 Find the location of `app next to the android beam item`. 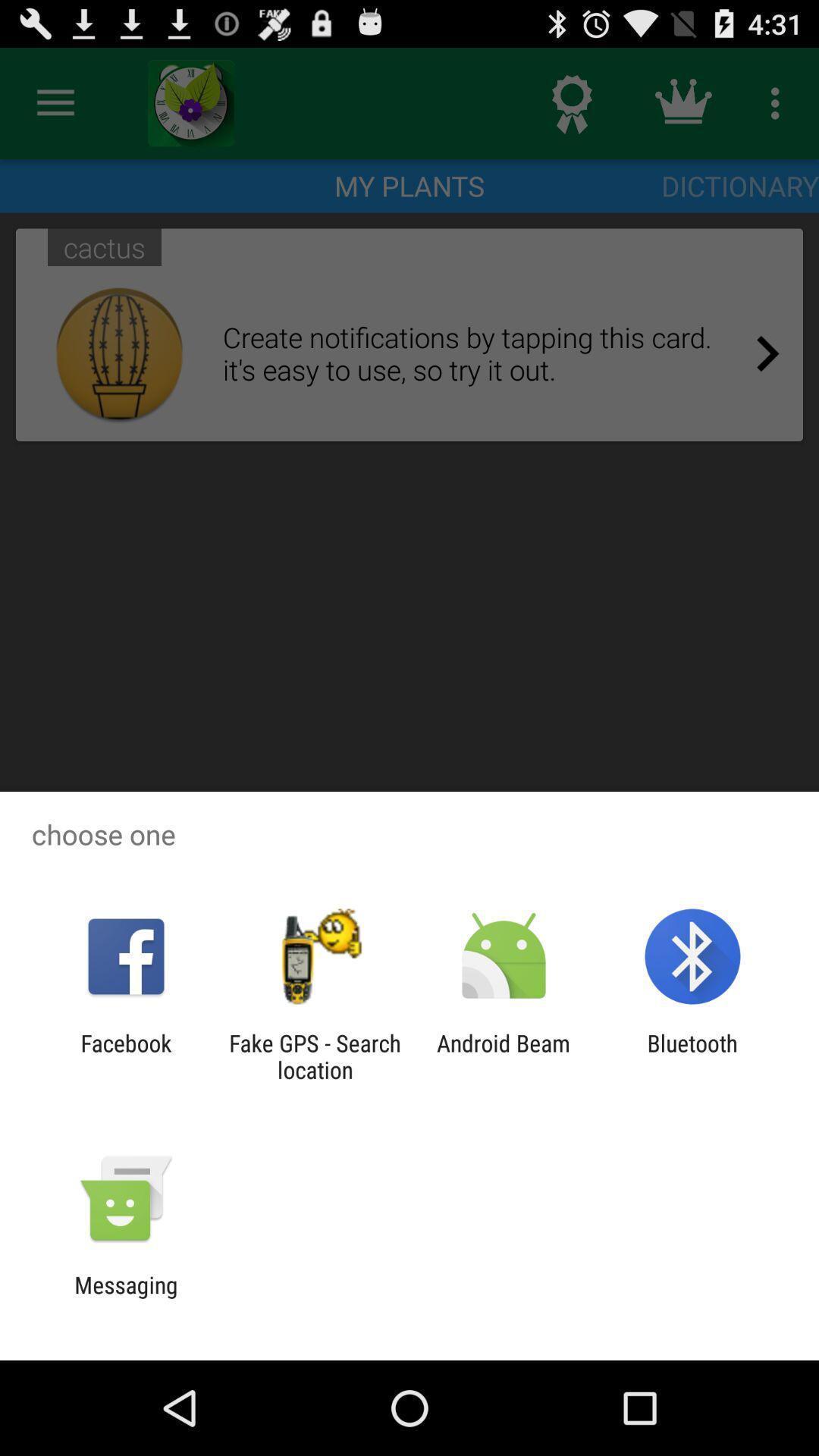

app next to the android beam item is located at coordinates (314, 1056).